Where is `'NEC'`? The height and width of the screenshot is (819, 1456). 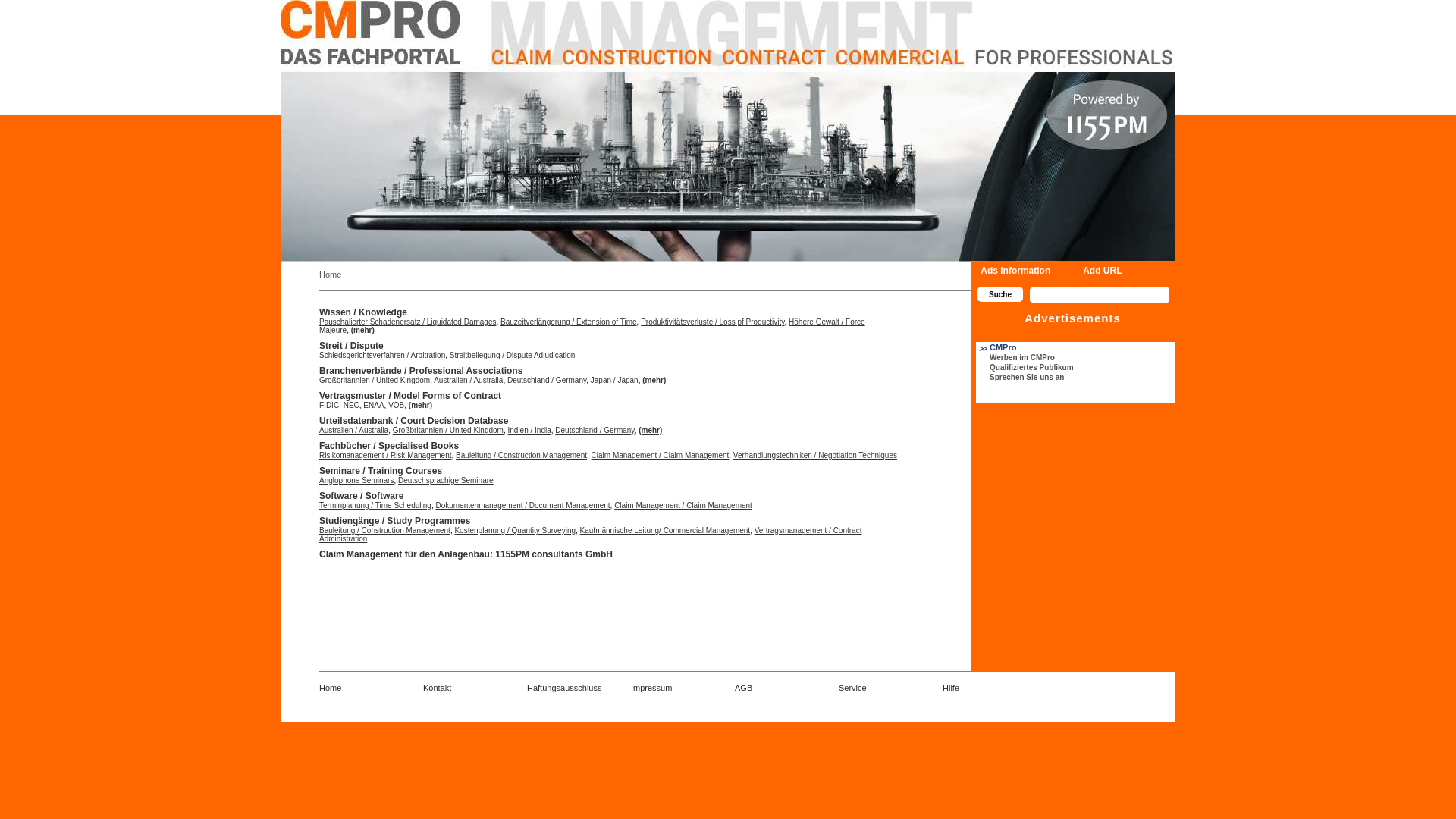 'NEC' is located at coordinates (350, 404).